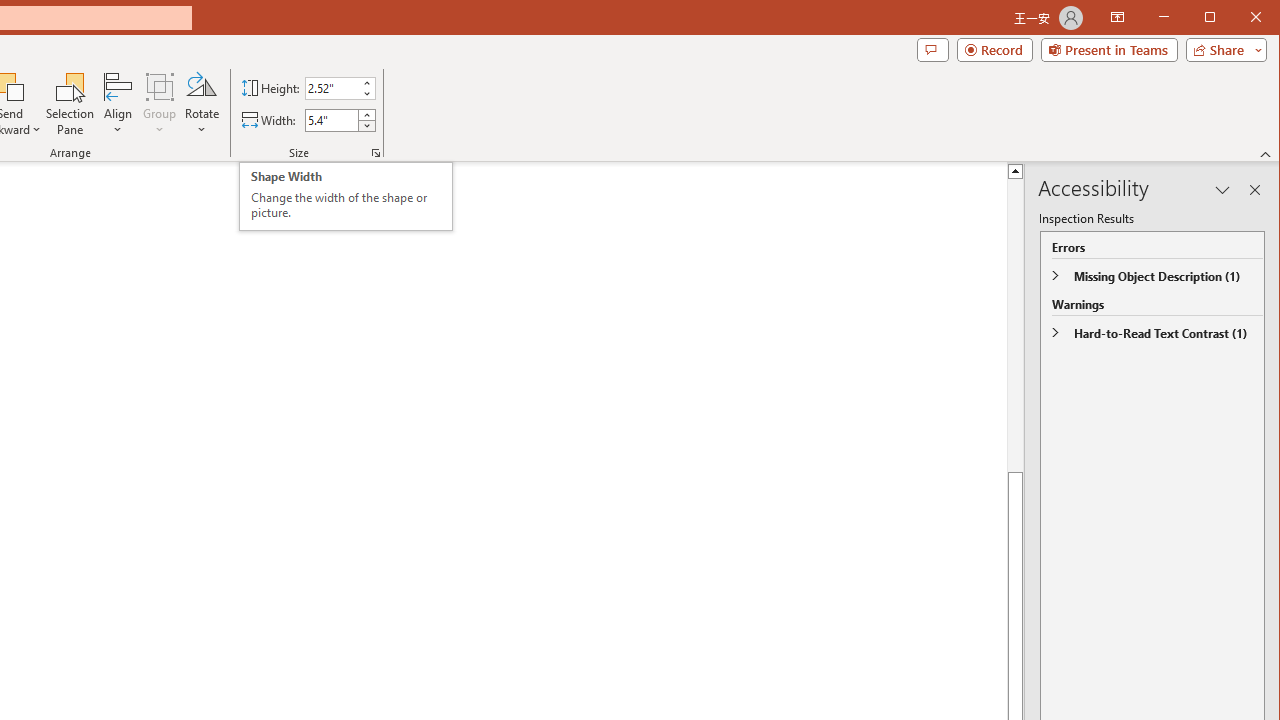  Describe the element at coordinates (201, 104) in the screenshot. I see `'Rotate'` at that location.